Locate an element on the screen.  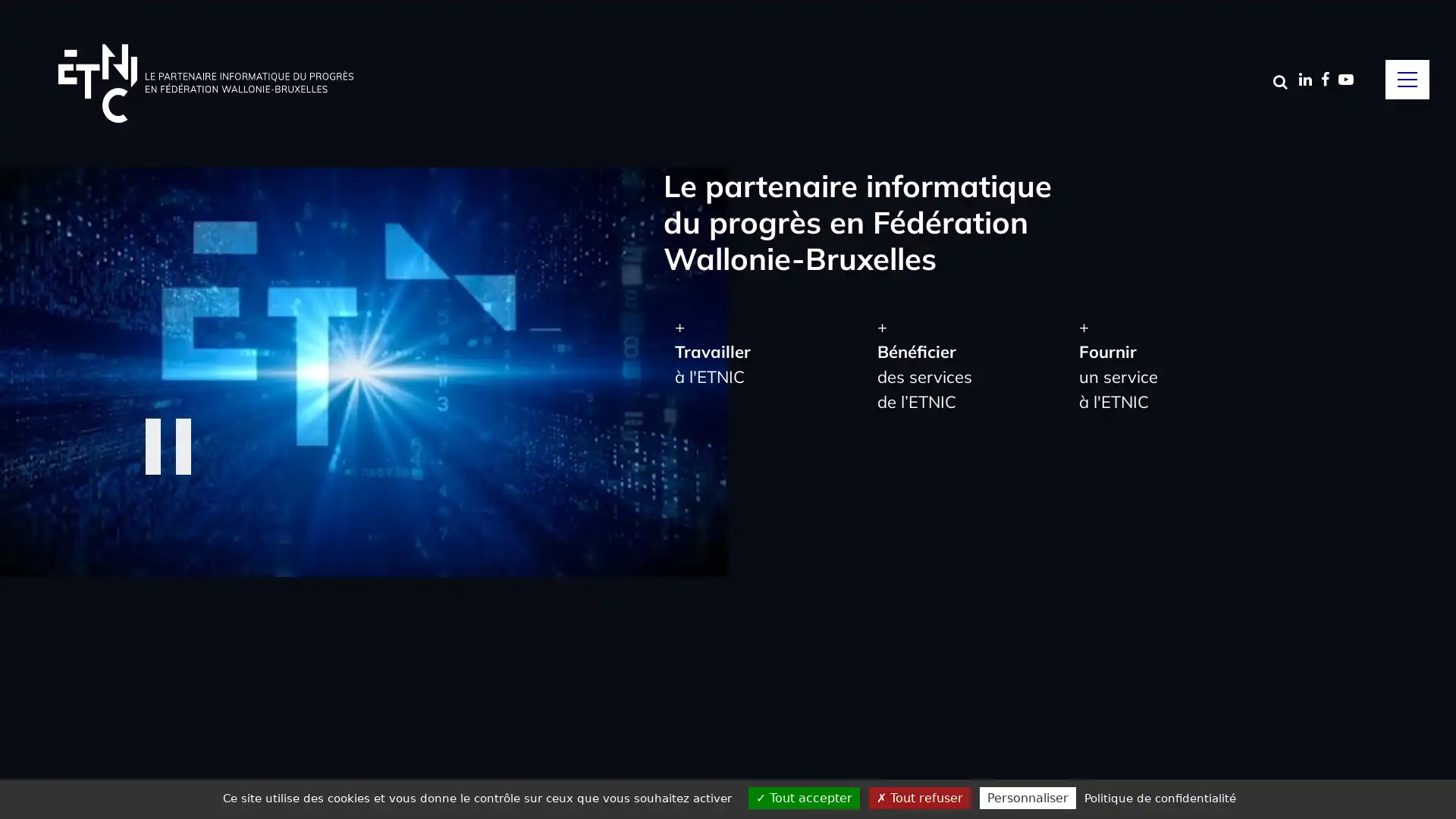
Personnaliser is located at coordinates (1028, 797).